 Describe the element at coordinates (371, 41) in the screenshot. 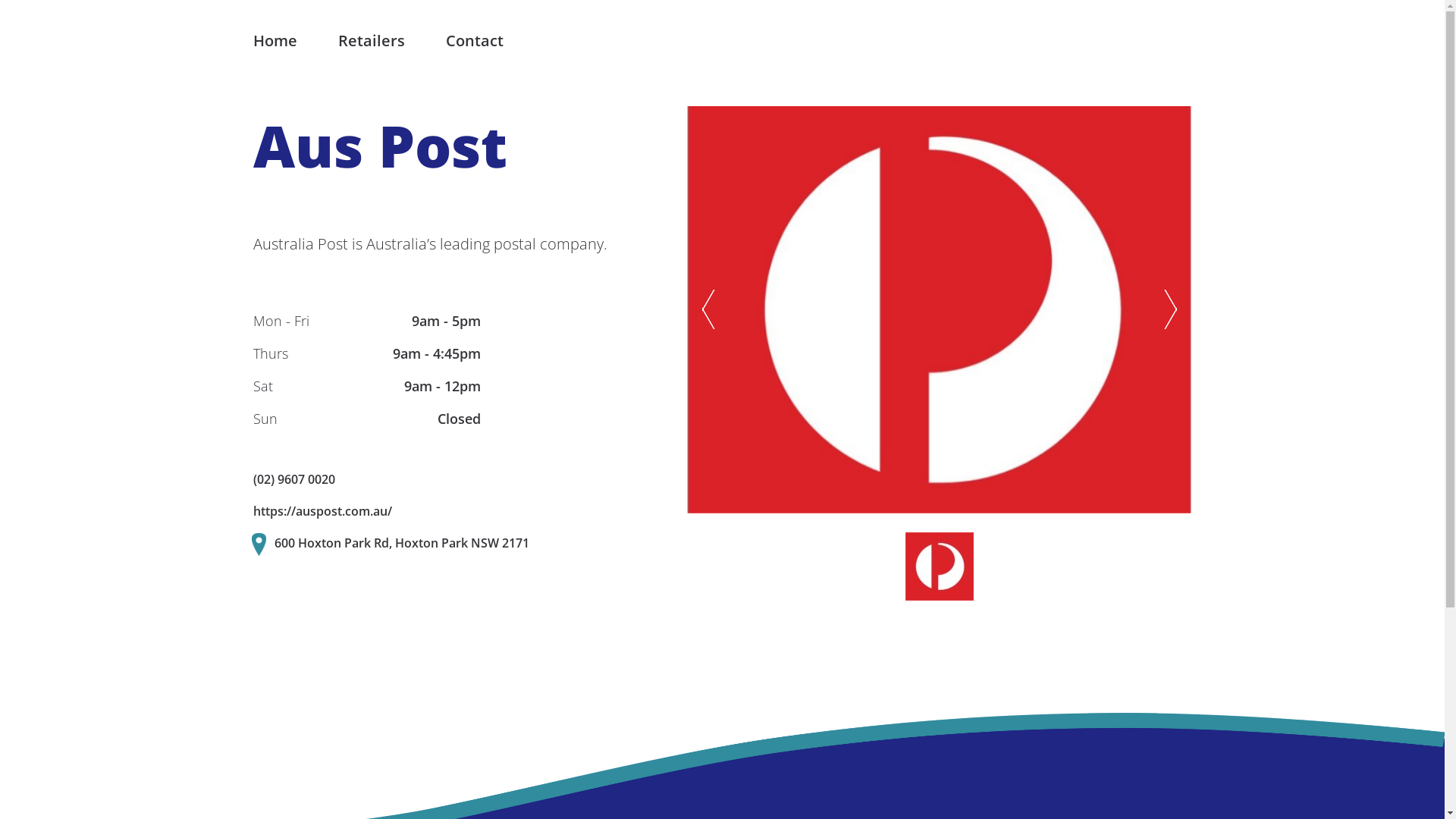

I see `'Retailers'` at that location.